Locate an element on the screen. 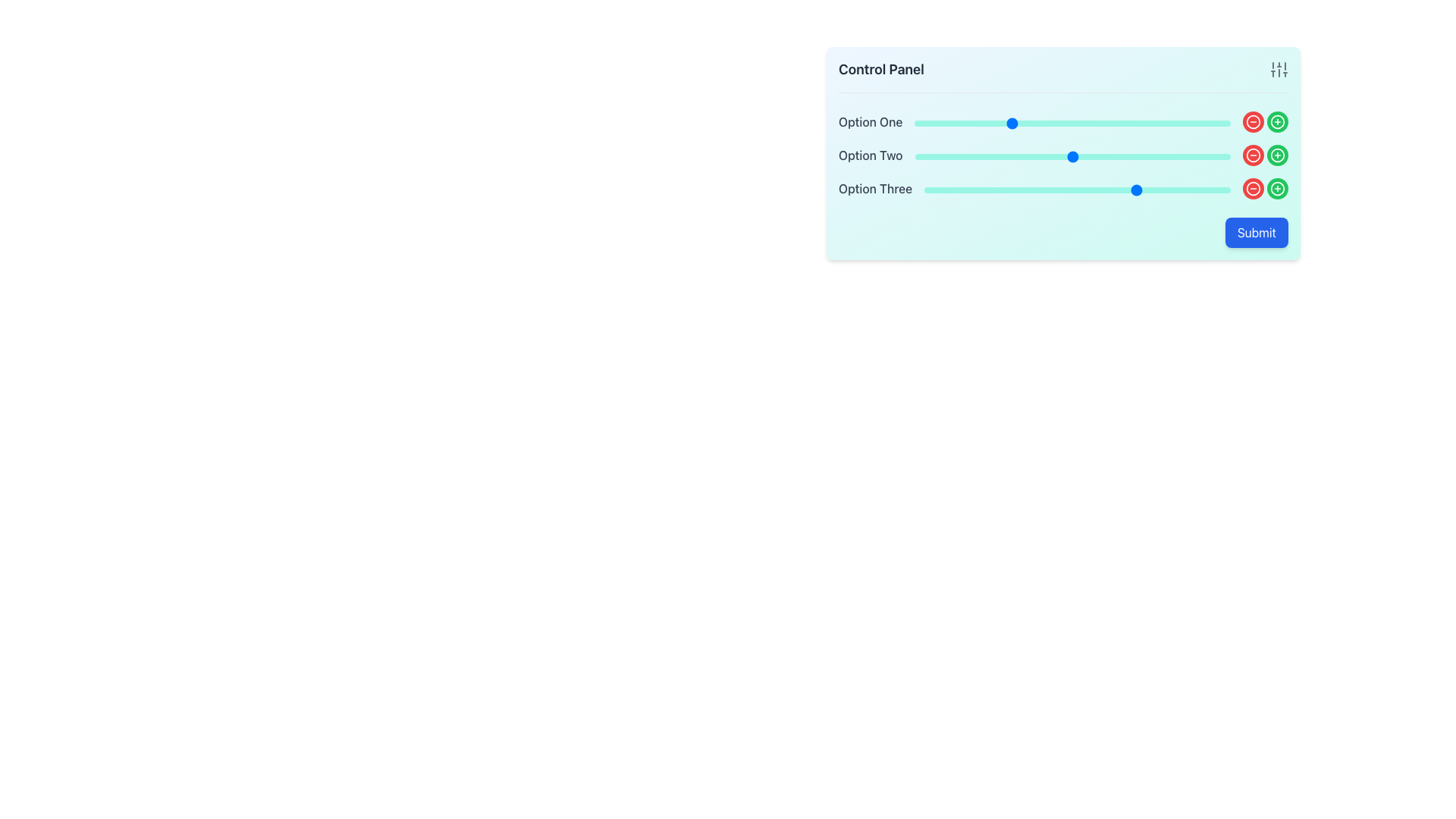 The image size is (1456, 819). the slider value is located at coordinates (945, 189).